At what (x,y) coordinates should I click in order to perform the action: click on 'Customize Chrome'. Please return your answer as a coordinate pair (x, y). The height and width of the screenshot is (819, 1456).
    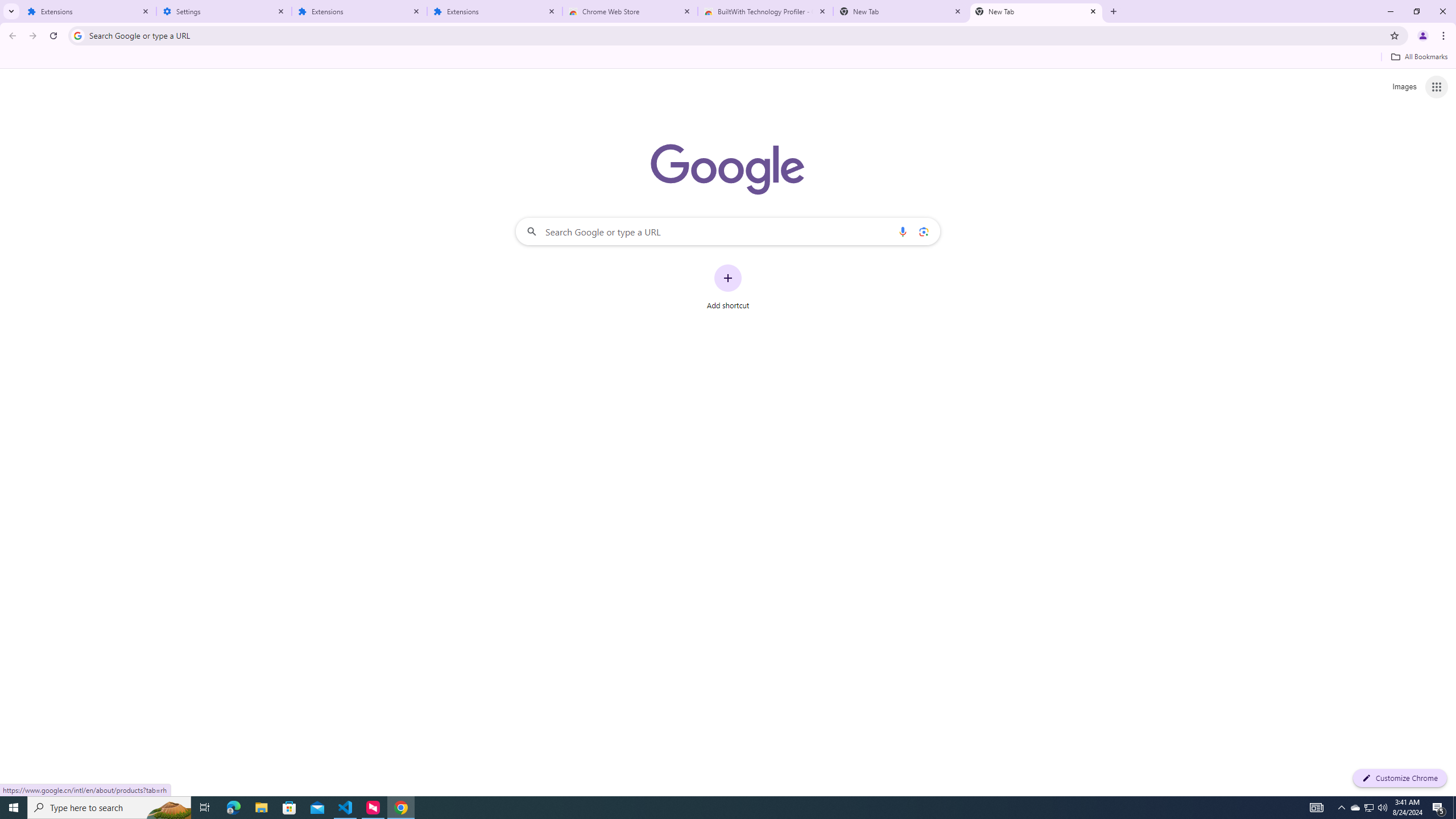
    Looking at the image, I should click on (1400, 777).